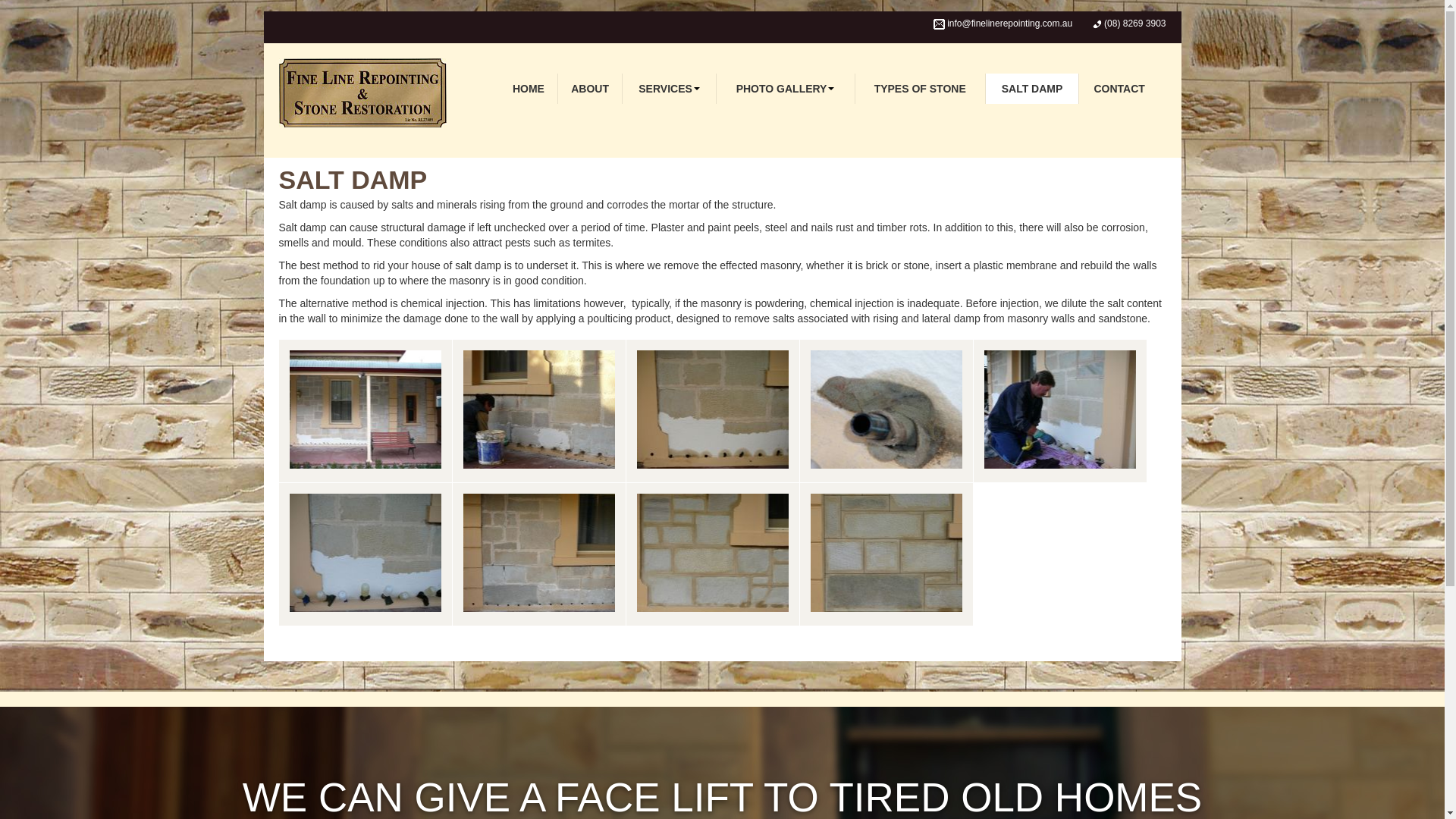 Image resolution: width=1456 pixels, height=819 pixels. I want to click on 'PHOTO GALLERY', so click(786, 88).